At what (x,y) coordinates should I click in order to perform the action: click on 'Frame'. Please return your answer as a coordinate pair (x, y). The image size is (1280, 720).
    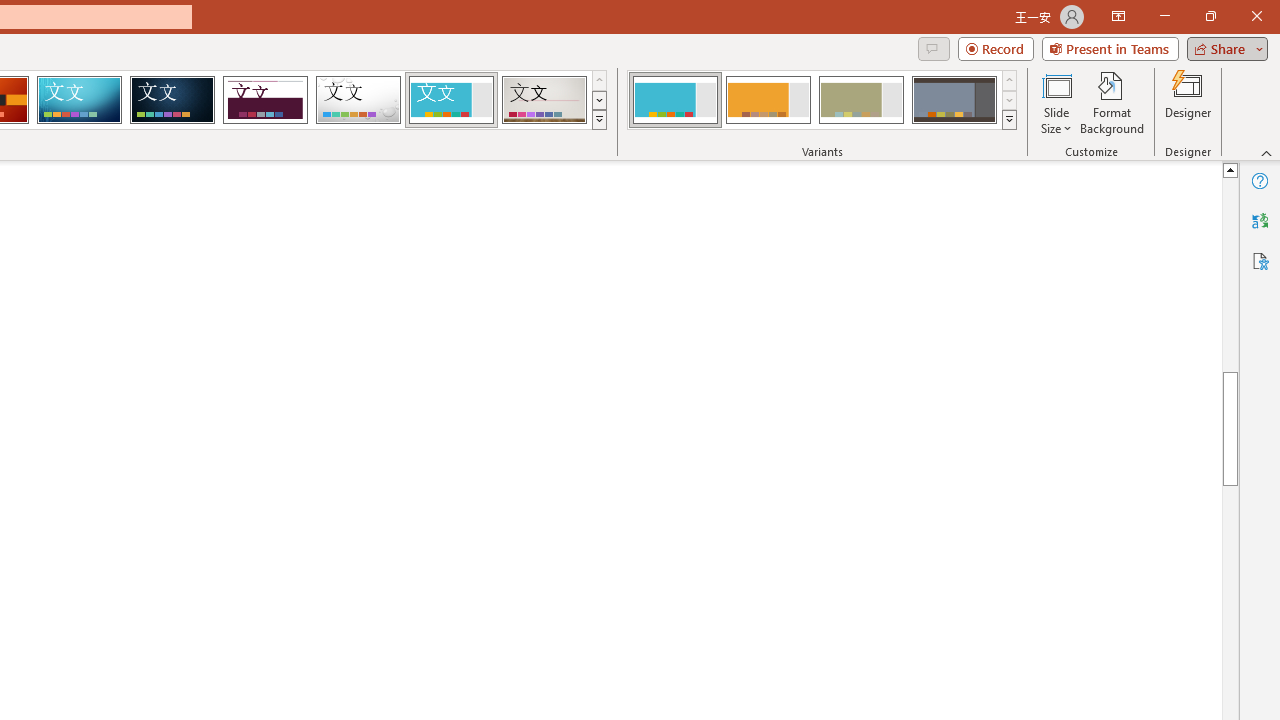
    Looking at the image, I should click on (450, 100).